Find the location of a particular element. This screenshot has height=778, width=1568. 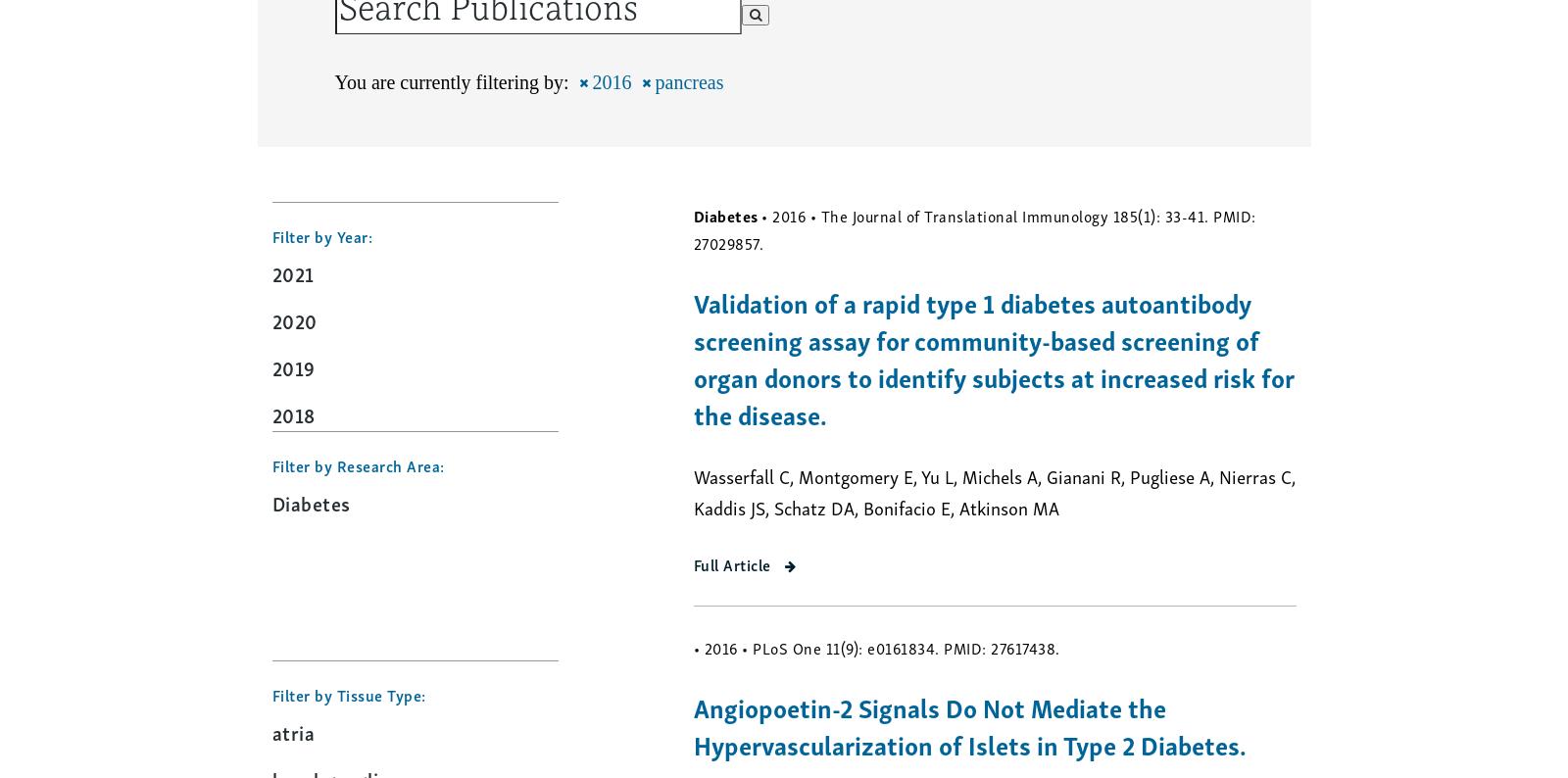

'2013' is located at coordinates (292, 648).